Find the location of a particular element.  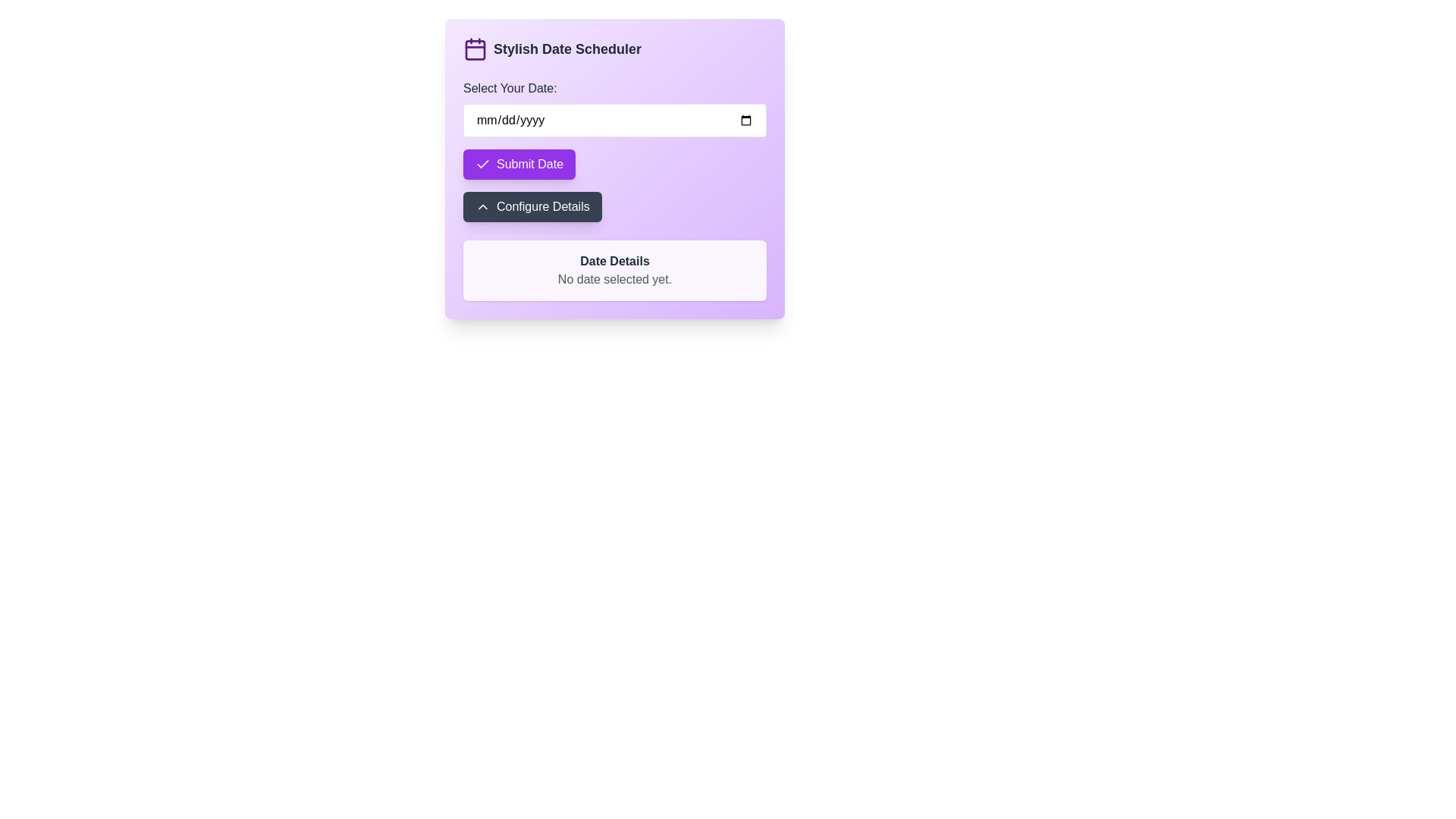

the 'Configure Details' button, which is a rectangular button with white text on a dark gray background, located in the bottom left part of the form layout under the 'Submit Date' button is located at coordinates (532, 207).